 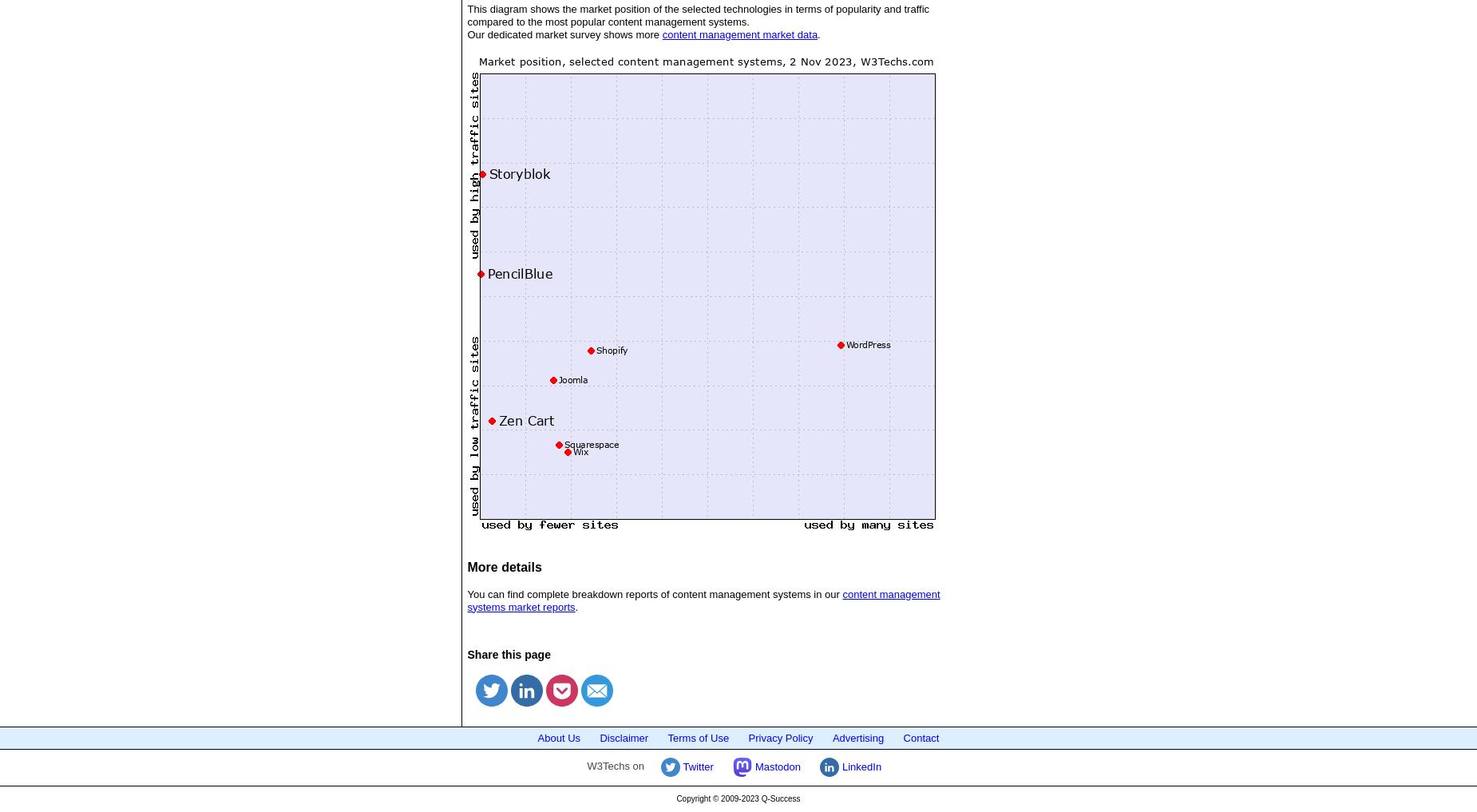 I want to click on 'Mastodon', so click(x=774, y=765).